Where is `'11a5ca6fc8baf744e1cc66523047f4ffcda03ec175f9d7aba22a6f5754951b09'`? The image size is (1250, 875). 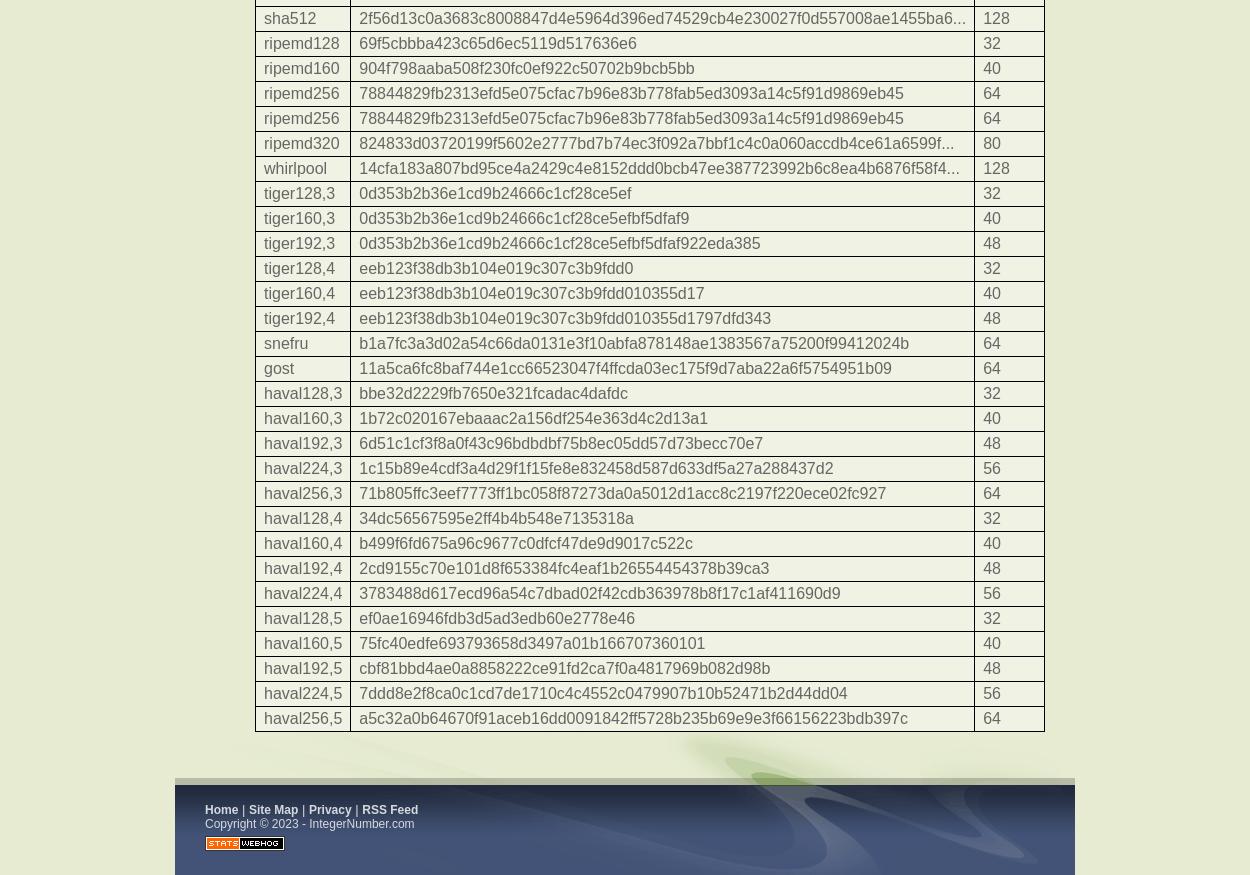
'11a5ca6fc8baf744e1cc66523047f4ffcda03ec175f9d7aba22a6f5754951b09' is located at coordinates (625, 368).